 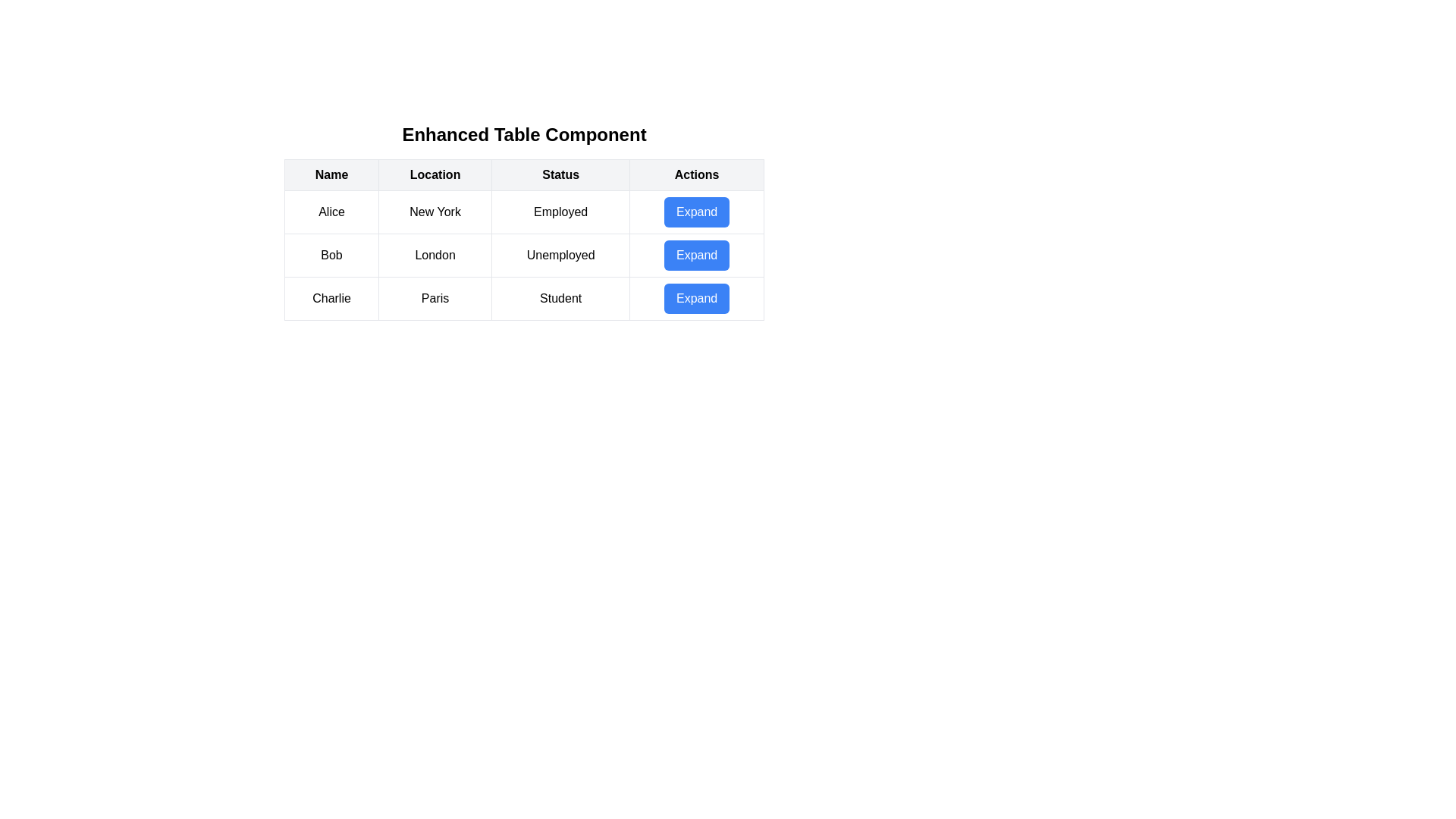 What do you see at coordinates (696, 174) in the screenshot?
I see `the Actions column header label, which is the fourth column header in the table, positioned to the right of the 'Status' header and above the action buttons` at bounding box center [696, 174].